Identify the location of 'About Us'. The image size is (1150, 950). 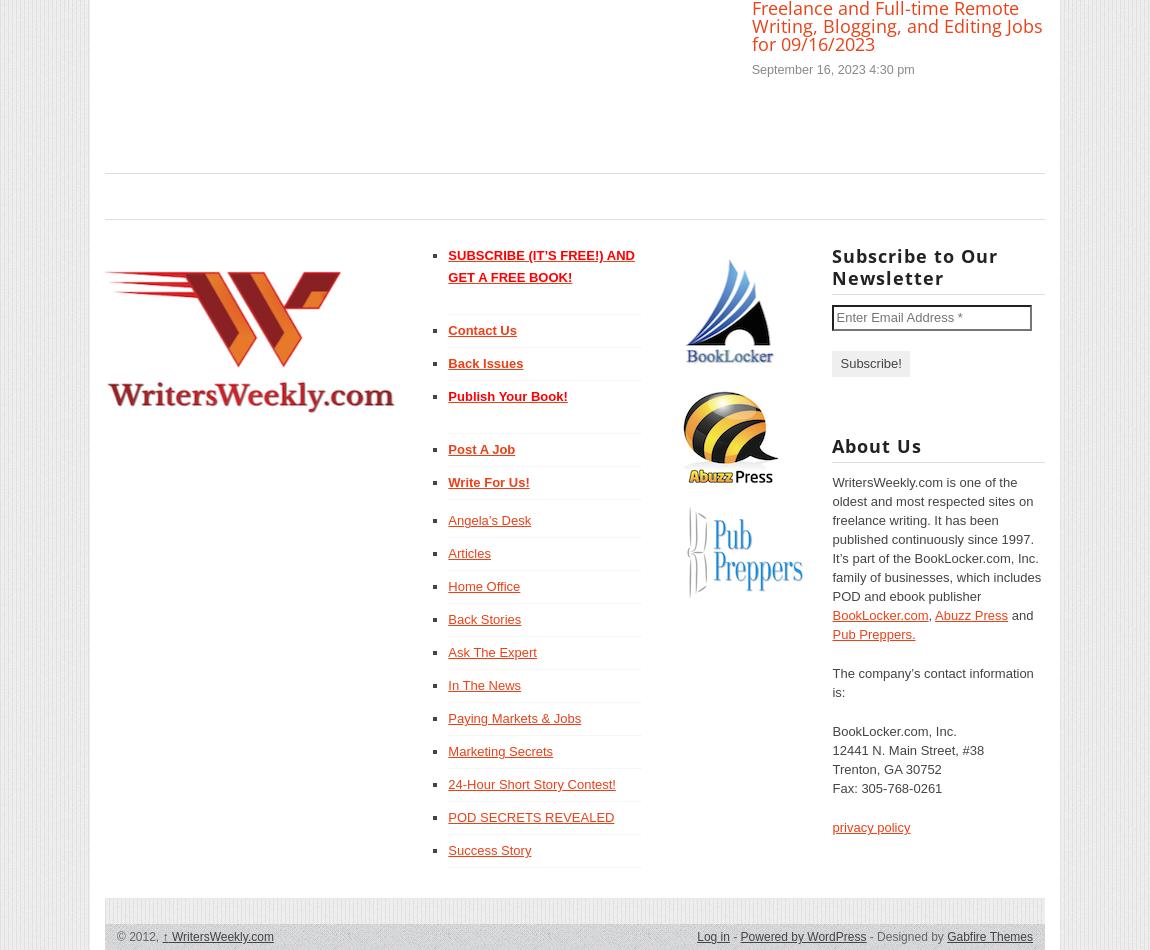
(876, 445).